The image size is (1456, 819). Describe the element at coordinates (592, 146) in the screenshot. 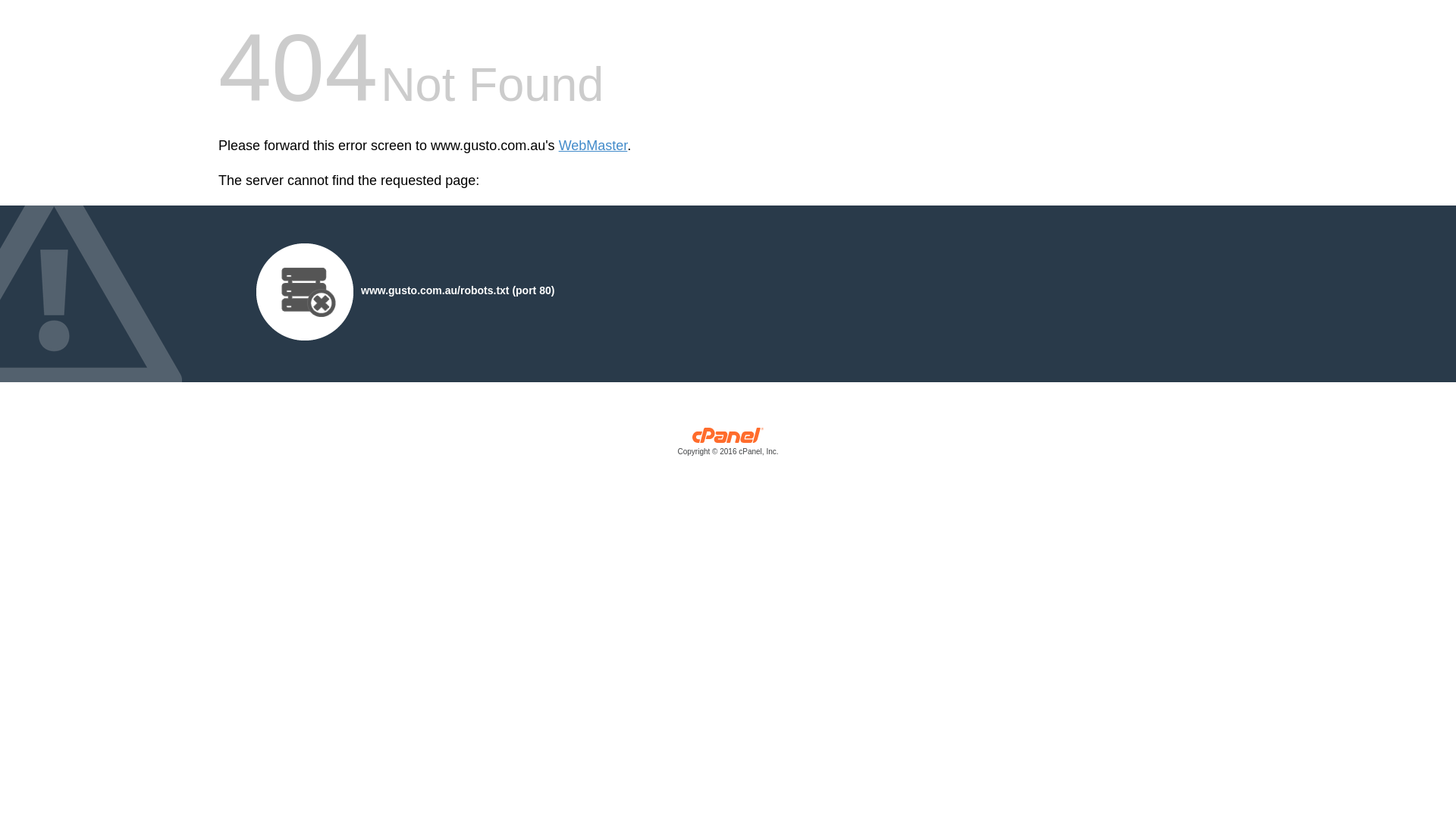

I see `'WebMaster'` at that location.